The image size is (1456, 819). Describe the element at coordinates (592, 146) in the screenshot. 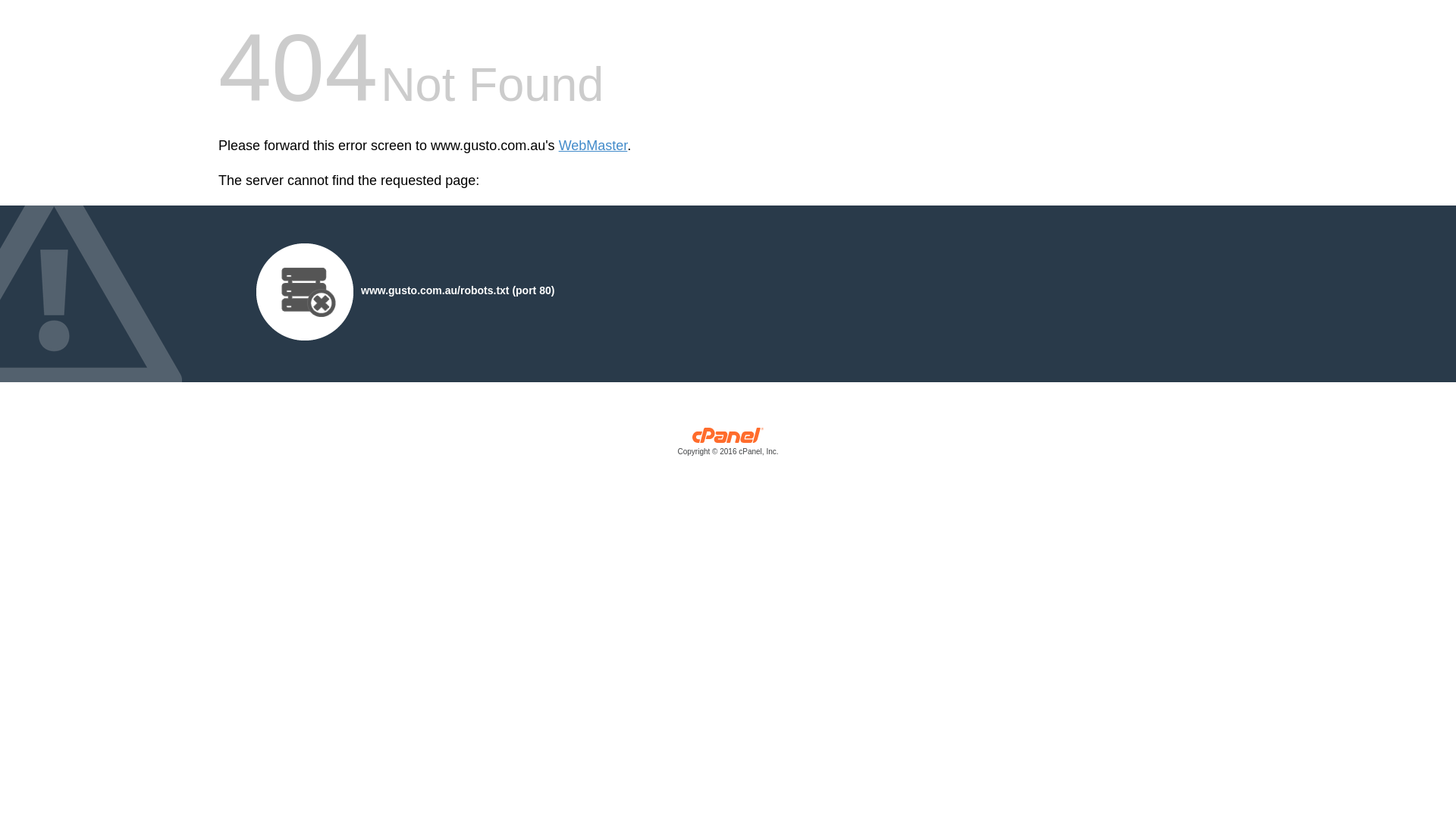

I see `'WebMaster'` at that location.